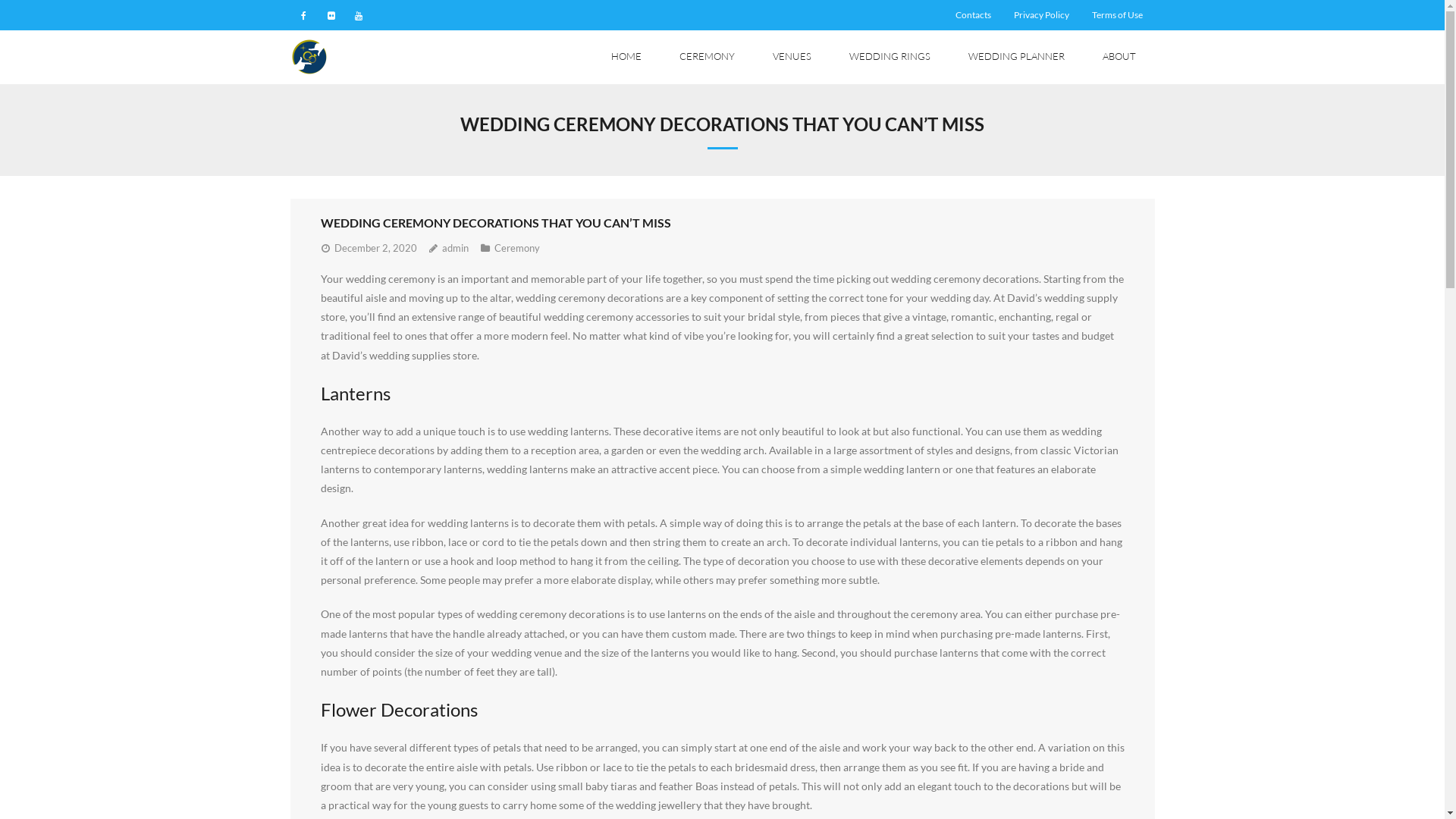 This screenshot has width=1456, height=819. Describe the element at coordinates (949, 56) in the screenshot. I see `'WEDDING PLANNER'` at that location.